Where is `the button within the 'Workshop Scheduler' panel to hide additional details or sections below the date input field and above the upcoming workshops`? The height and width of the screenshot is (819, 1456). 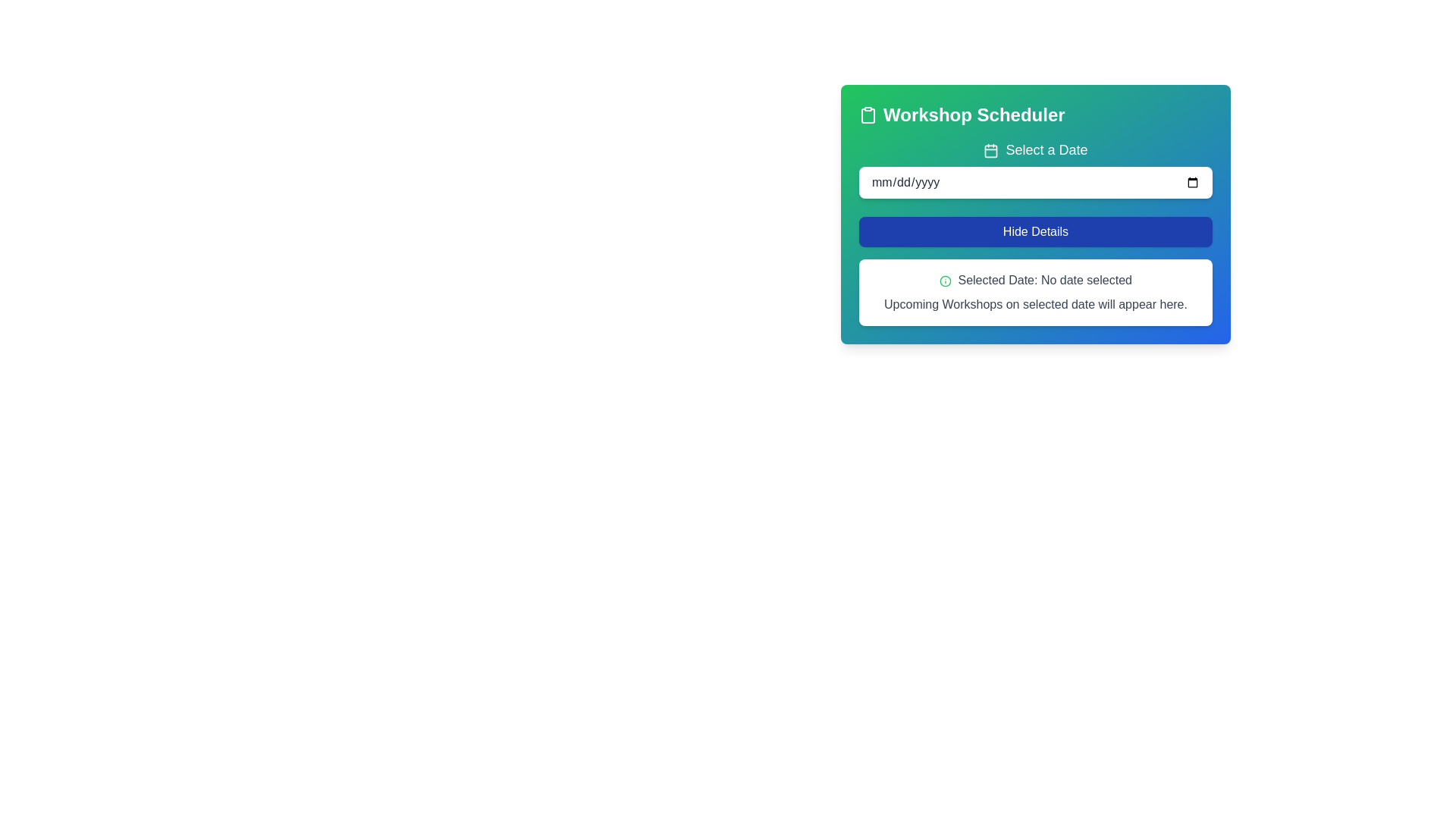 the button within the 'Workshop Scheduler' panel to hide additional details or sections below the date input field and above the upcoming workshops is located at coordinates (1035, 231).